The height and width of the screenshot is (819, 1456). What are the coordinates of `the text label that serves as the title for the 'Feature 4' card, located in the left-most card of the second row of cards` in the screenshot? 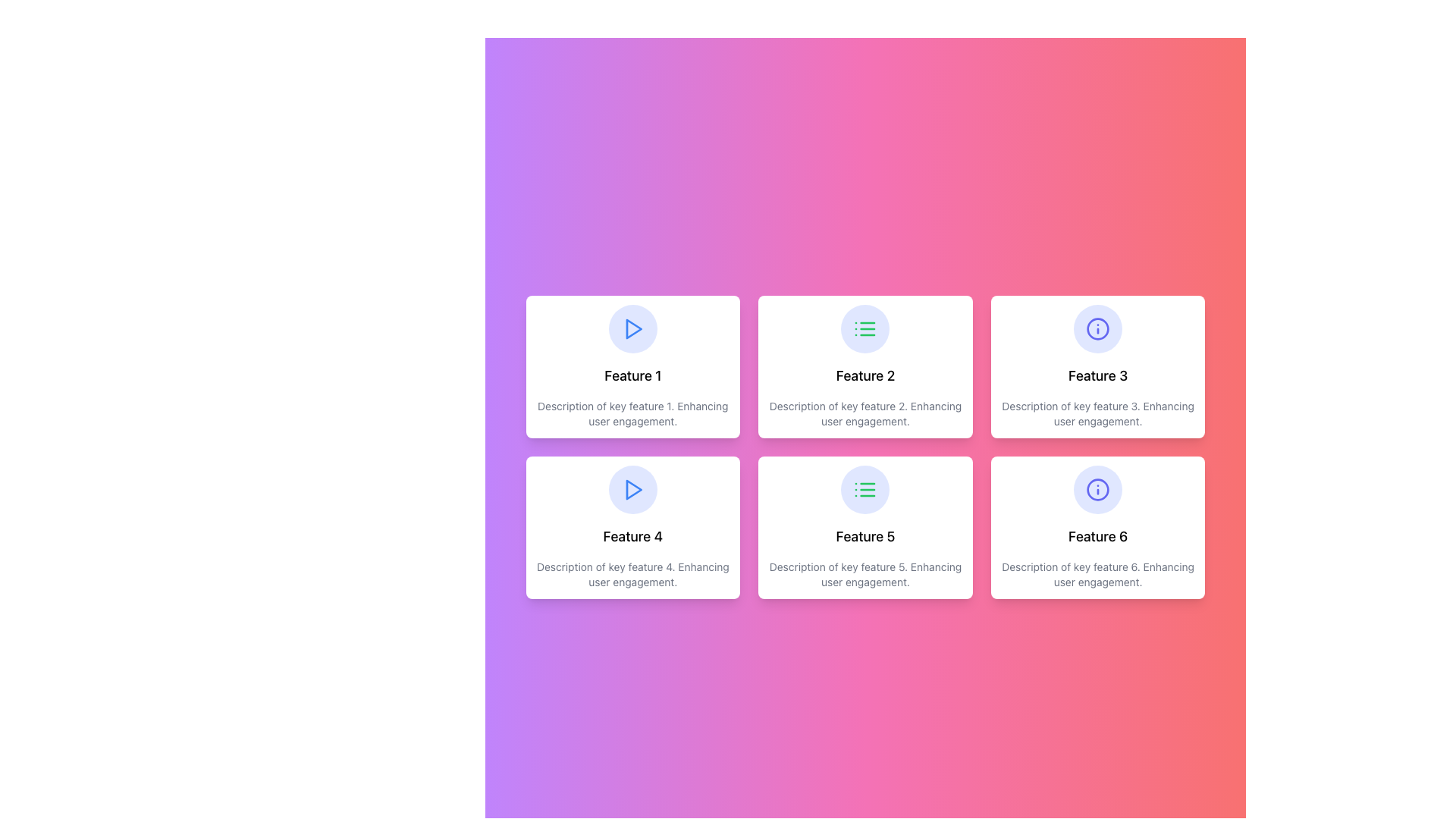 It's located at (632, 536).